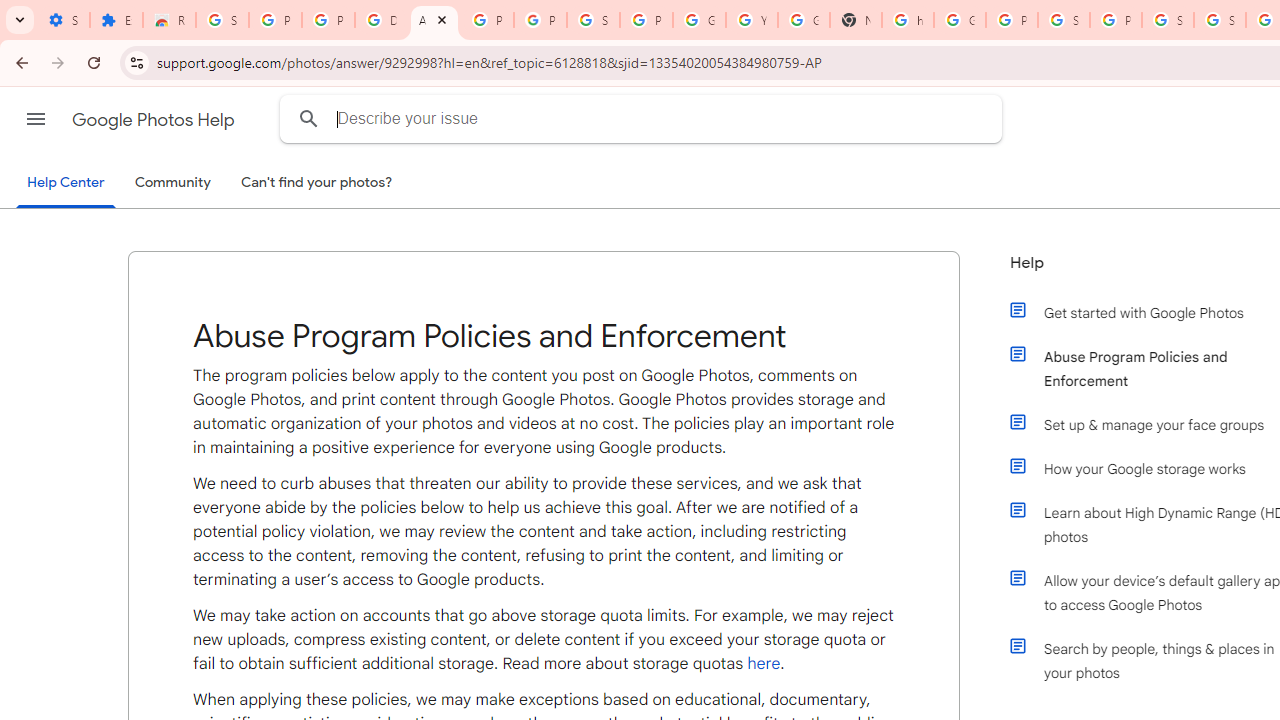 The width and height of the screenshot is (1280, 720). What do you see at coordinates (763, 663) in the screenshot?
I see `'here'` at bounding box center [763, 663].